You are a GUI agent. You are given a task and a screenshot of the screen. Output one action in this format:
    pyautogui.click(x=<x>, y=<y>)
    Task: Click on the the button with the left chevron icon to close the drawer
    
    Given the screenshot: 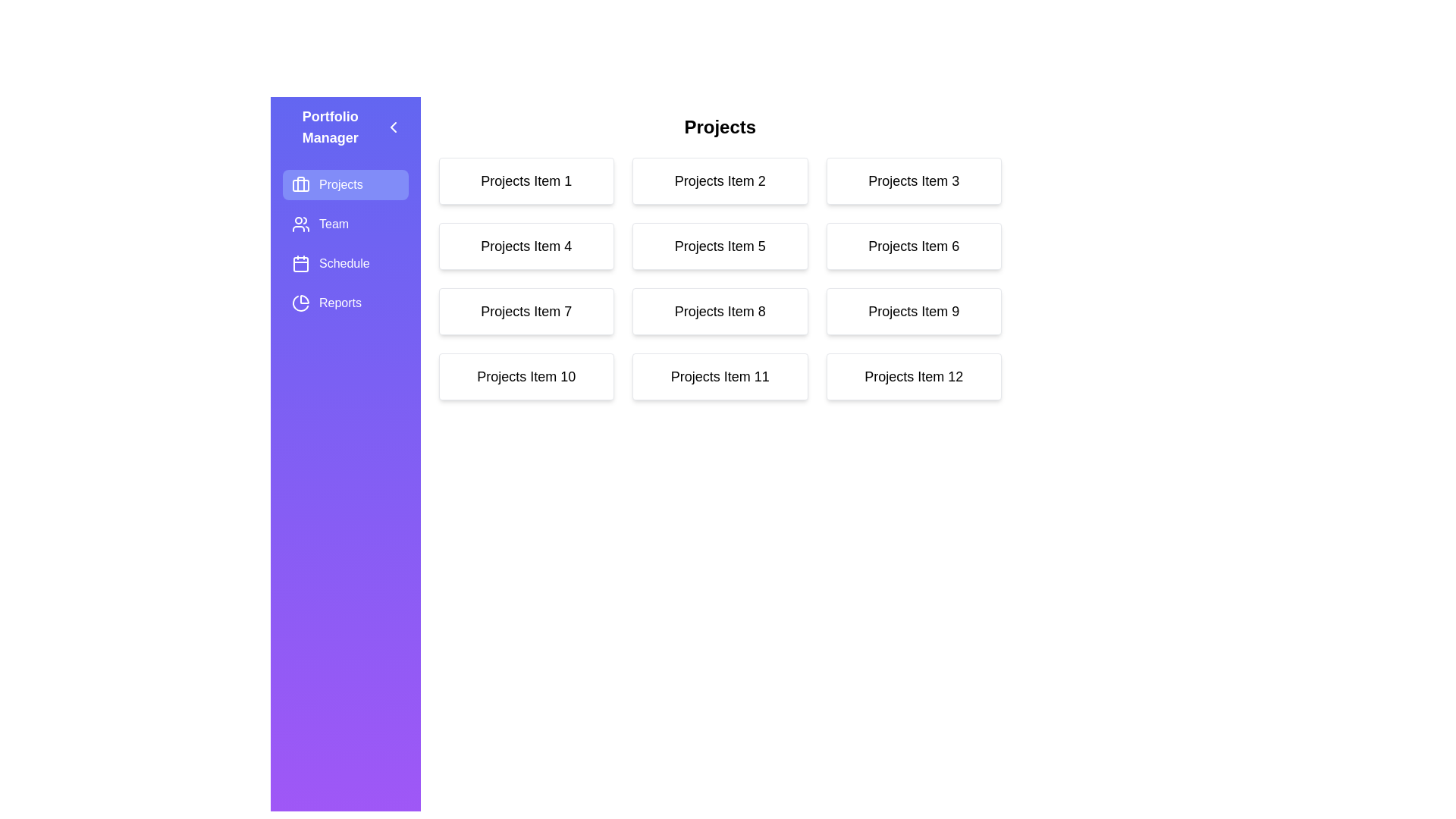 What is the action you would take?
    pyautogui.click(x=393, y=127)
    